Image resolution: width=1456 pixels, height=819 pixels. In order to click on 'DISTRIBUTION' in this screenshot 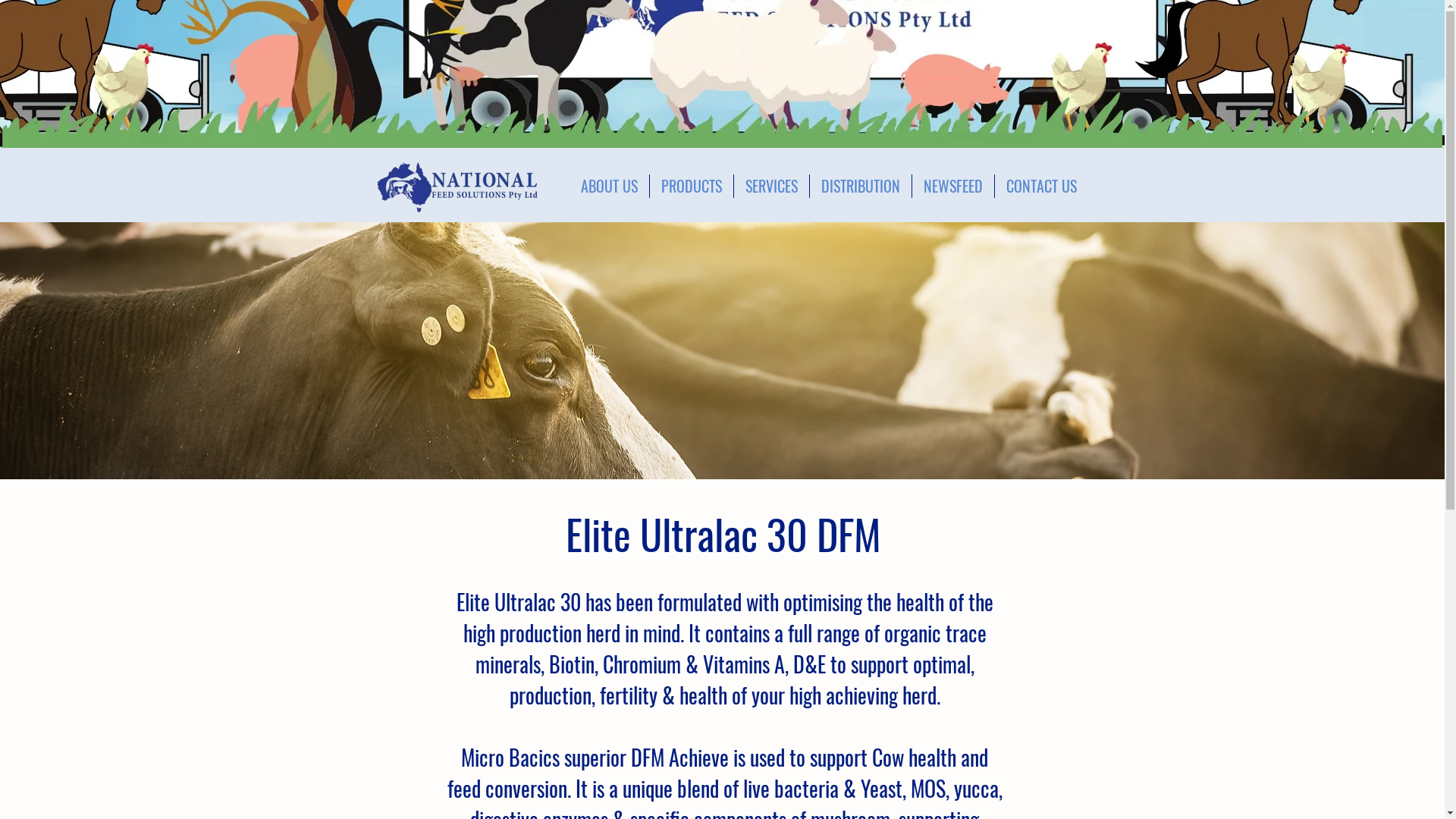, I will do `click(809, 185)`.